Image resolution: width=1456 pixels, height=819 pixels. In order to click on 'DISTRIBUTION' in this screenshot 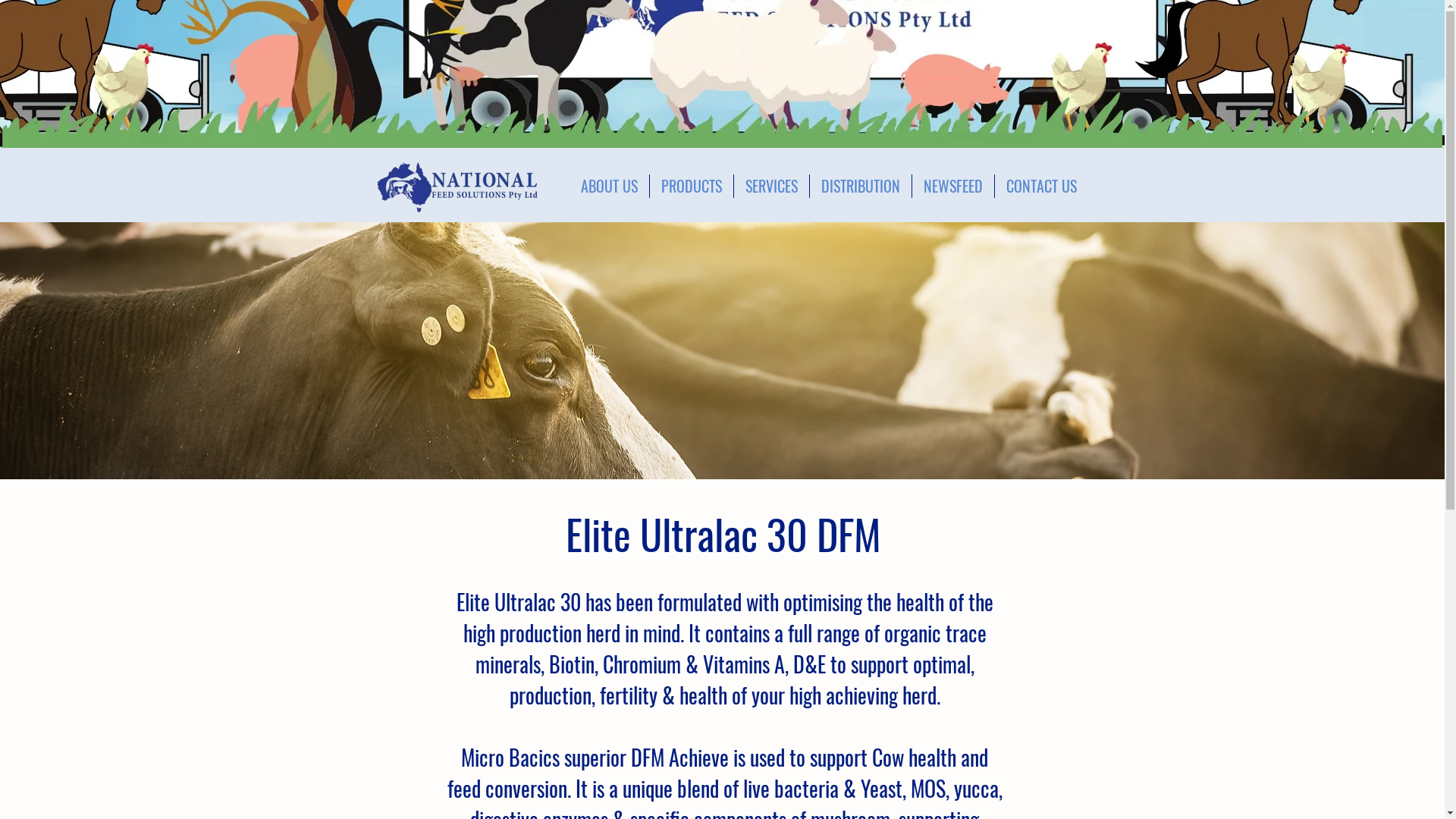, I will do `click(809, 185)`.